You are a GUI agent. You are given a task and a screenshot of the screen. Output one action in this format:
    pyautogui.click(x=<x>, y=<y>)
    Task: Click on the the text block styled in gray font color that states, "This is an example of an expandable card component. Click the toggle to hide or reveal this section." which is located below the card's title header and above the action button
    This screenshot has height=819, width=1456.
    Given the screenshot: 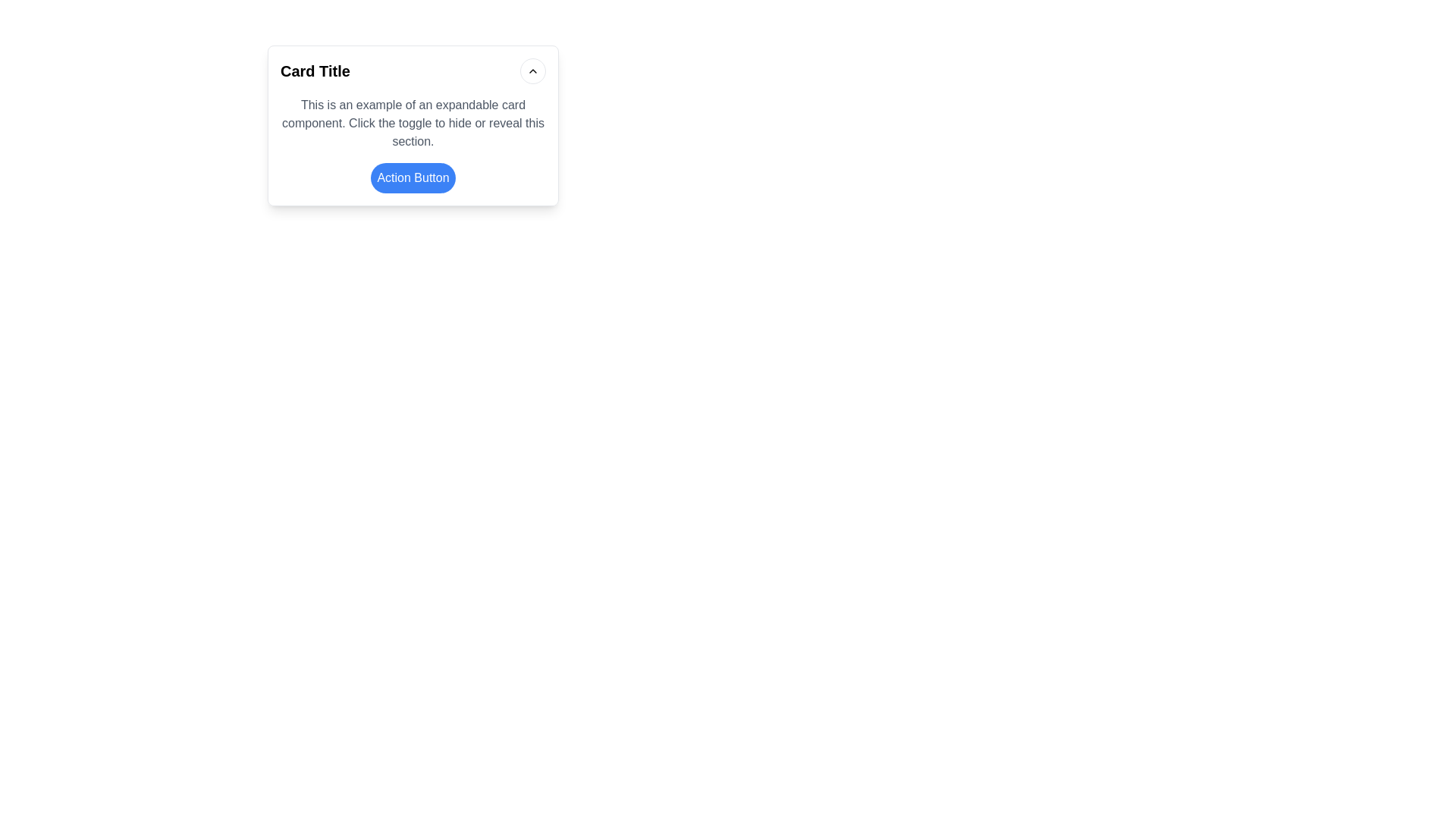 What is the action you would take?
    pyautogui.click(x=413, y=122)
    